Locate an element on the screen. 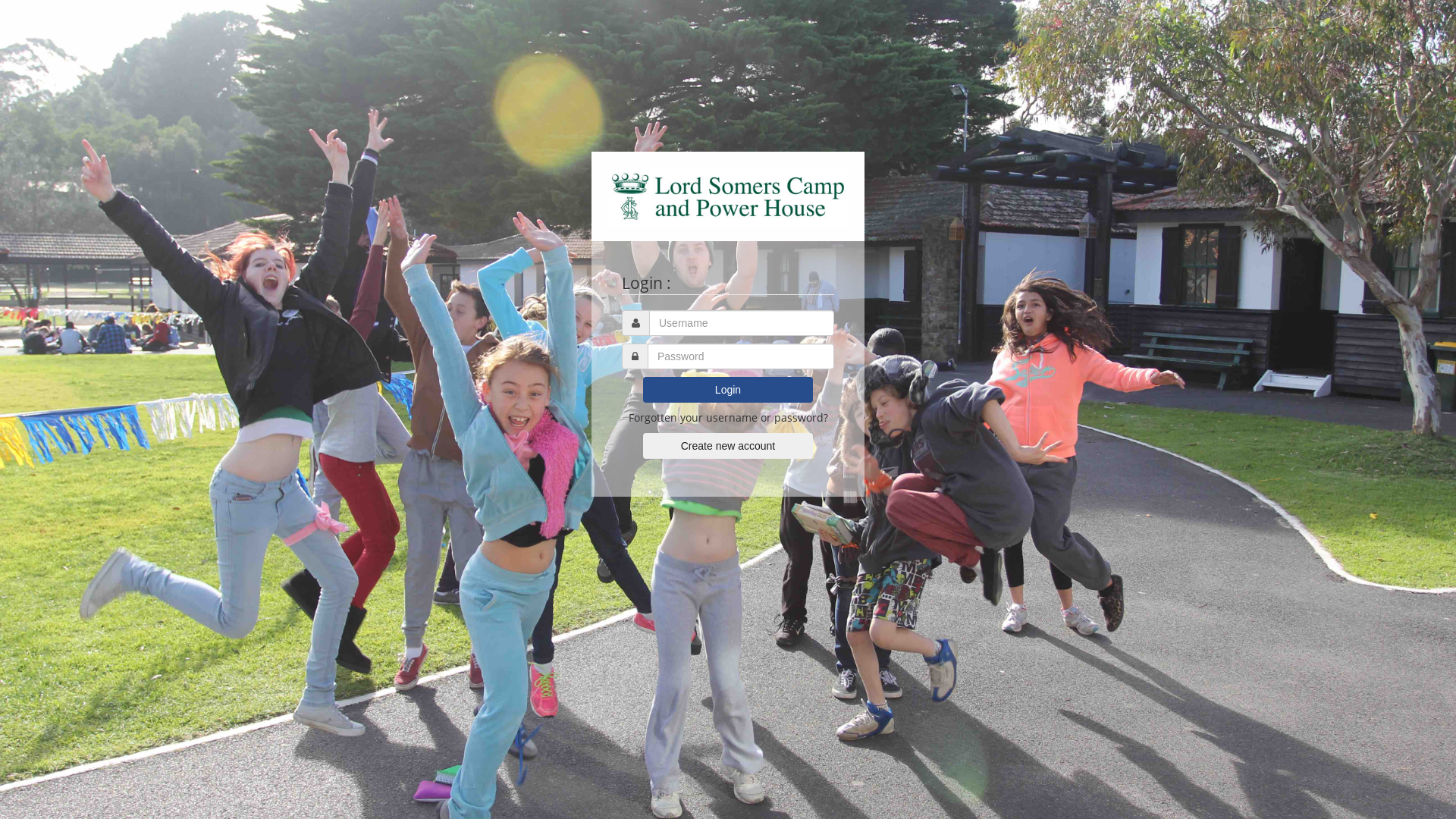  'Forgotten your username or password?' is located at coordinates (726, 417).